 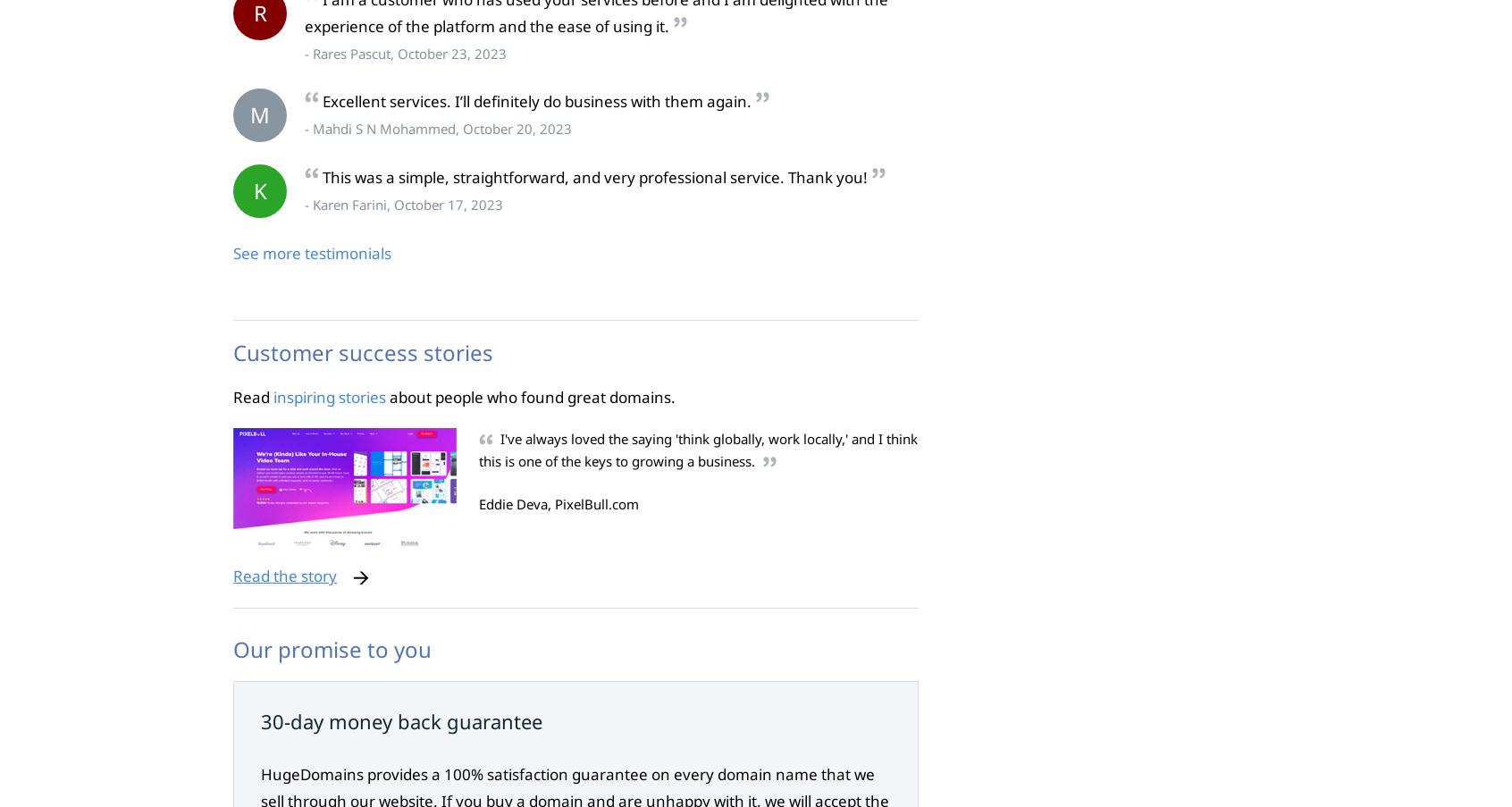 What do you see at coordinates (283, 576) in the screenshot?
I see `'Read the story'` at bounding box center [283, 576].